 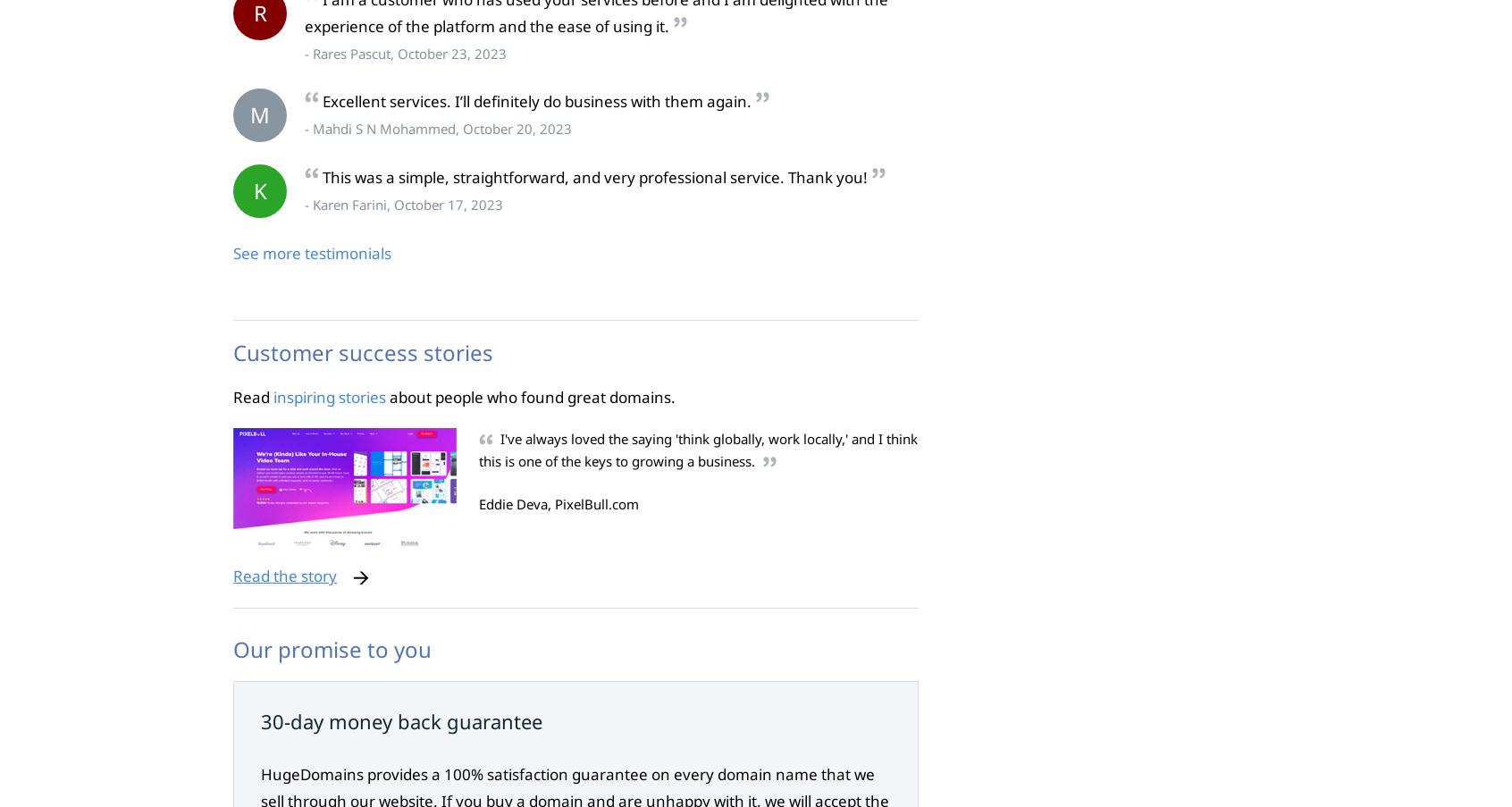 What do you see at coordinates (283, 576) in the screenshot?
I see `'Read the story'` at bounding box center [283, 576].